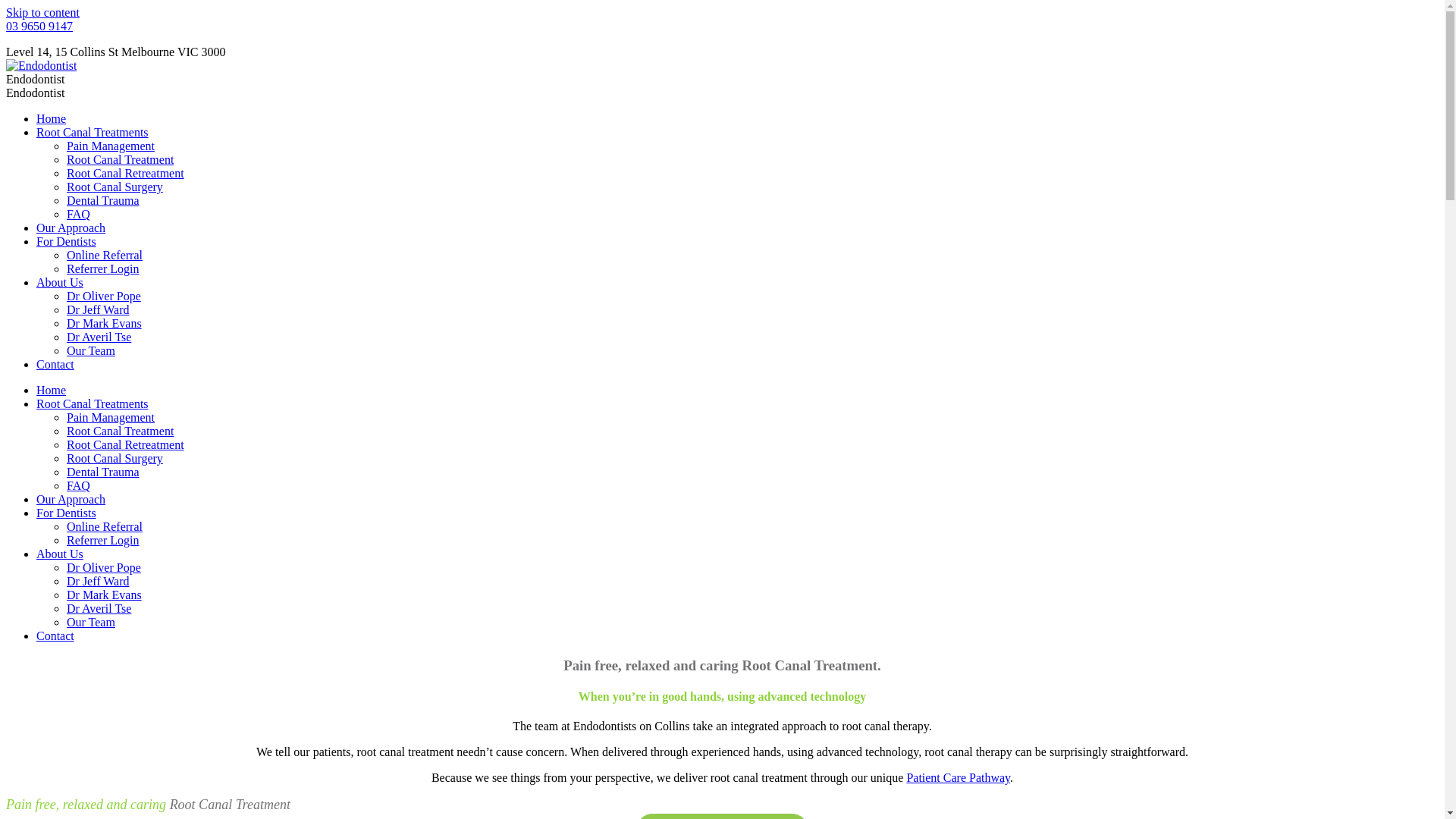 This screenshot has height=819, width=1456. What do you see at coordinates (103, 567) in the screenshot?
I see `'Dr Oliver Pope'` at bounding box center [103, 567].